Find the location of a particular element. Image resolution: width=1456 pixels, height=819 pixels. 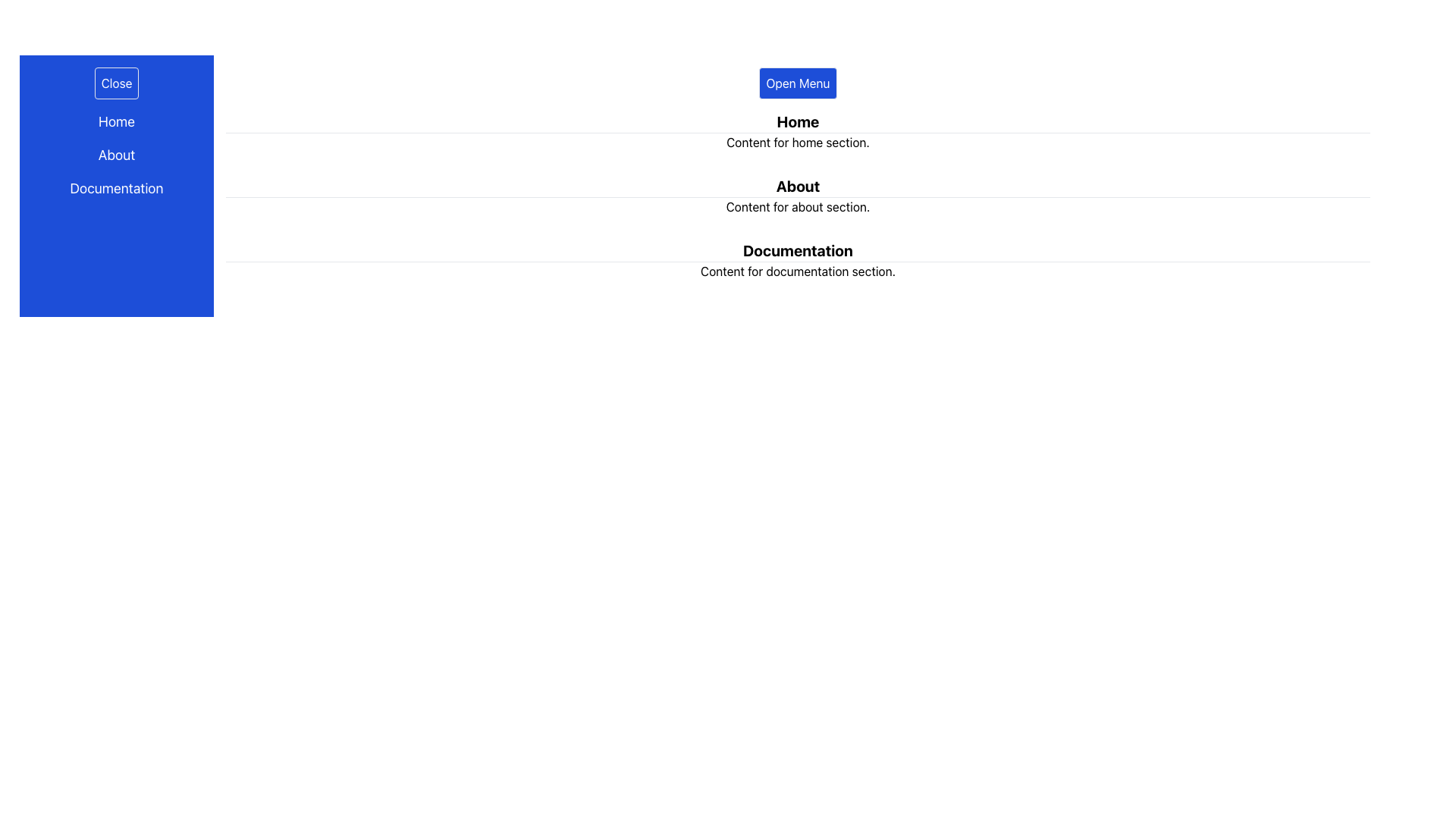

the topmost 'Home' text element in the vertical navigation menu is located at coordinates (115, 121).